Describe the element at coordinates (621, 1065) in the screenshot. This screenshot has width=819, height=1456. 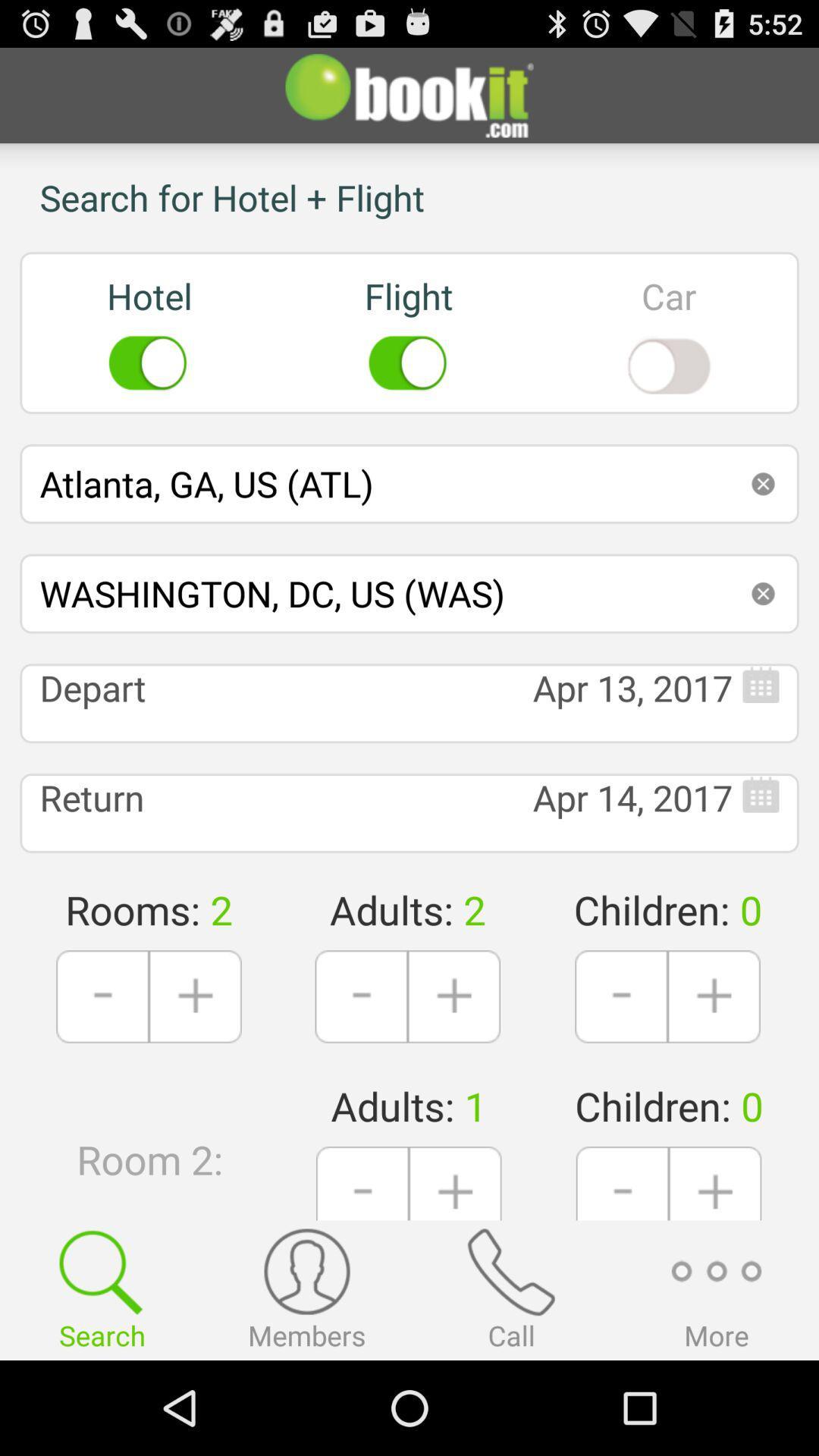
I see `the minus icon` at that location.